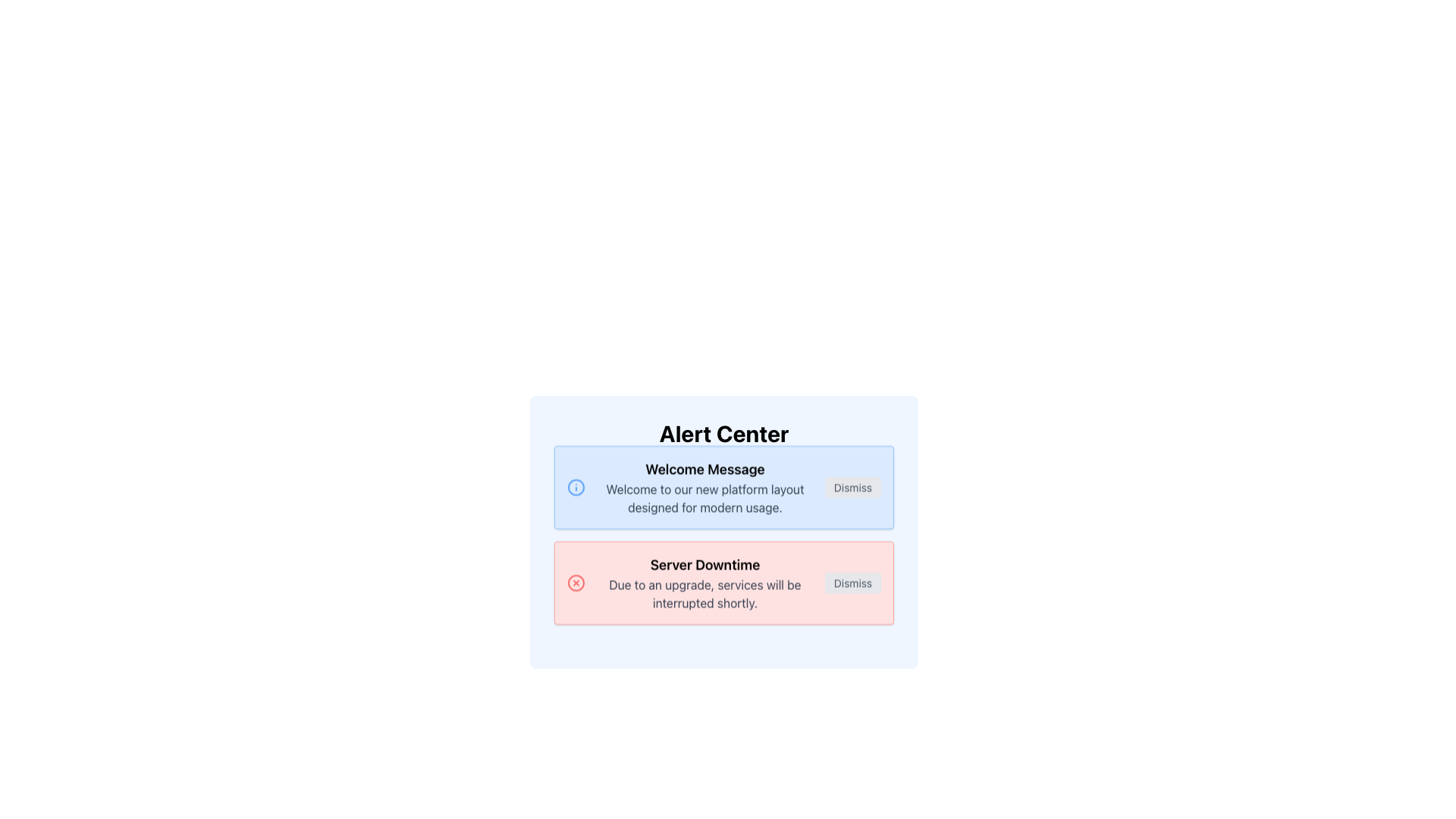 This screenshot has height=819, width=1456. Describe the element at coordinates (704, 595) in the screenshot. I see `notification message displayed in the text label located on the second alert card below the 'Server Downtime' header` at that location.